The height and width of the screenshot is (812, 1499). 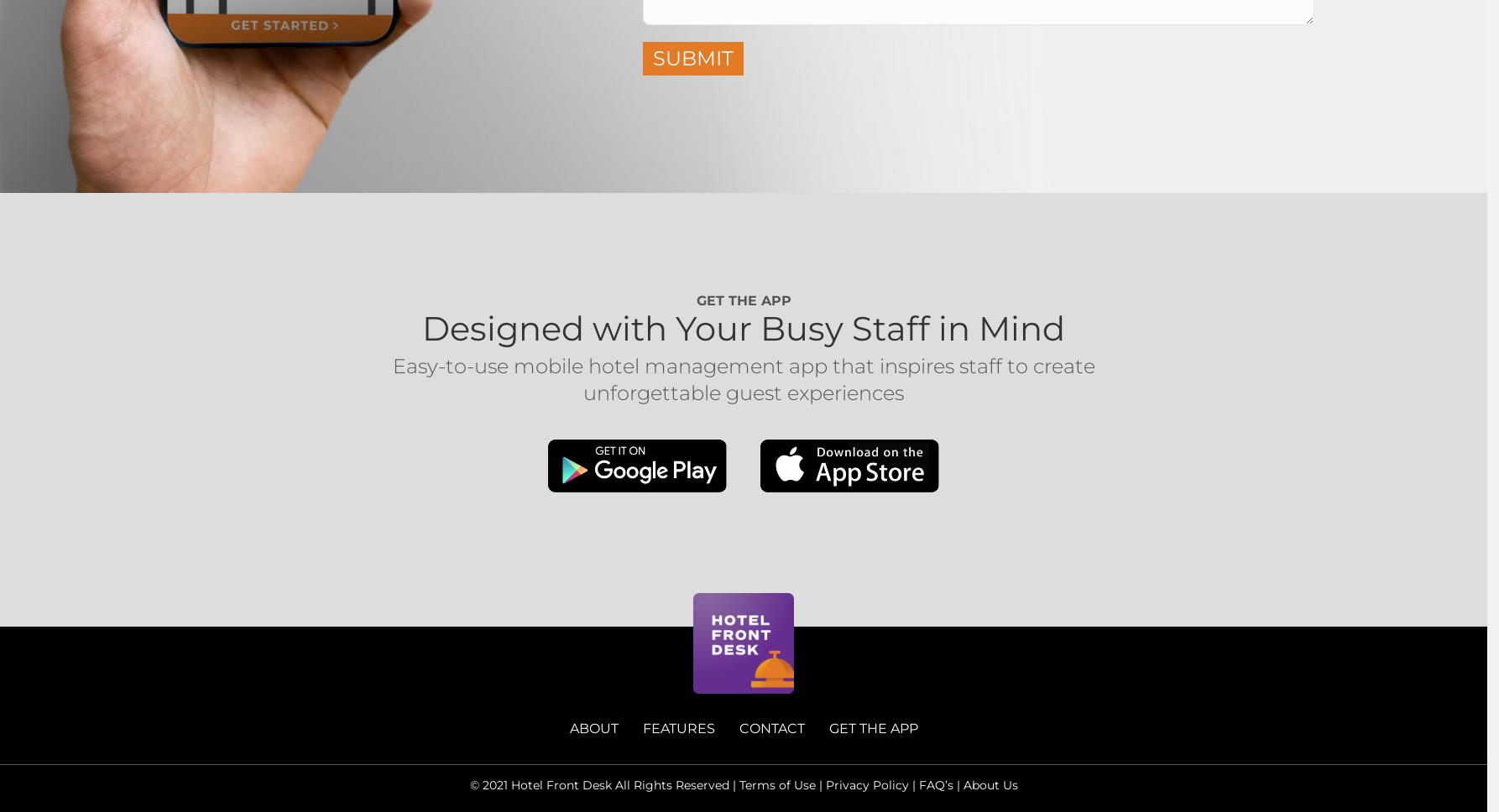 I want to click on 'CONTACT', so click(x=737, y=727).